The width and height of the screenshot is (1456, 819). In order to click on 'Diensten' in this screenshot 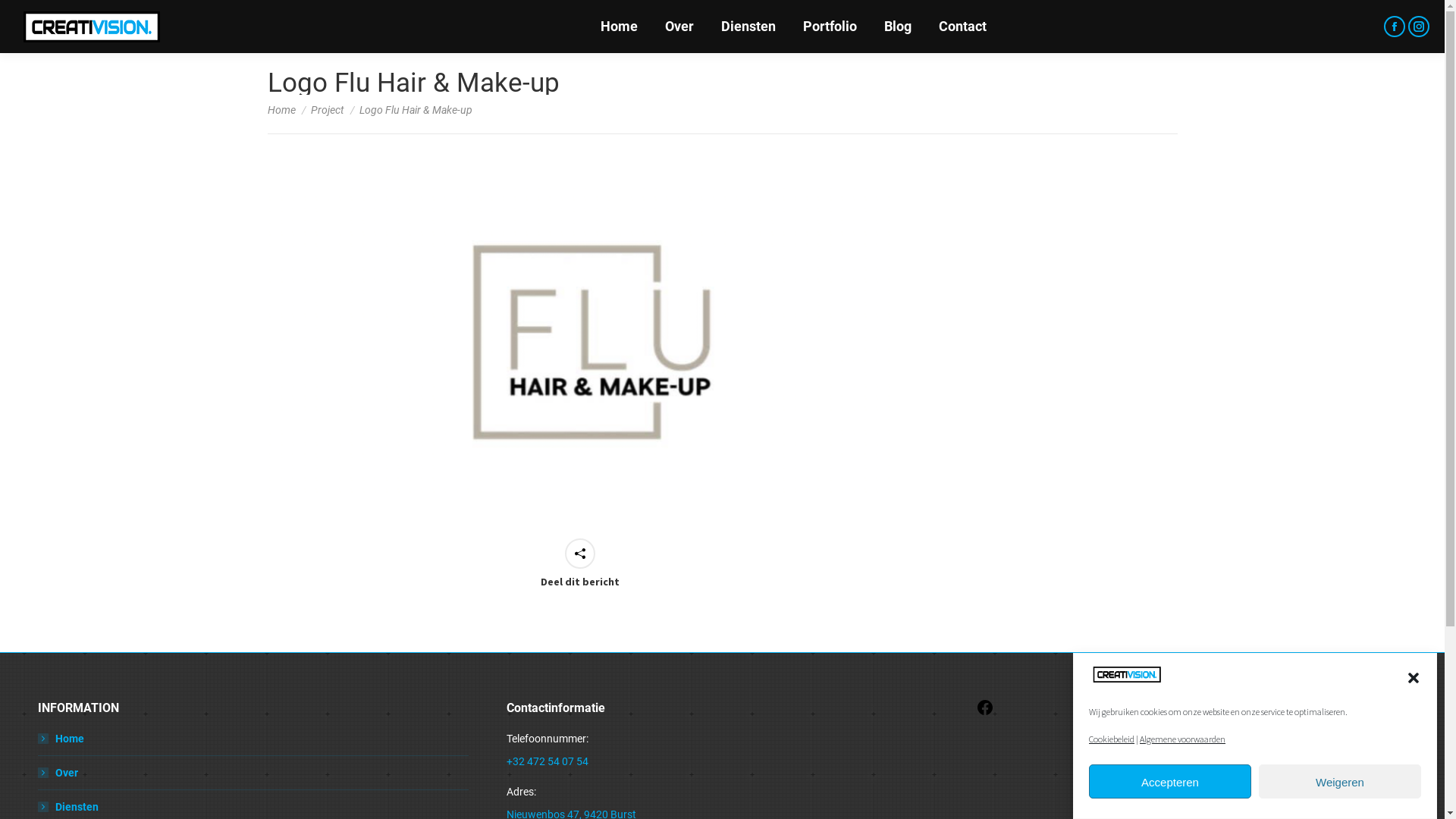, I will do `click(747, 26)`.